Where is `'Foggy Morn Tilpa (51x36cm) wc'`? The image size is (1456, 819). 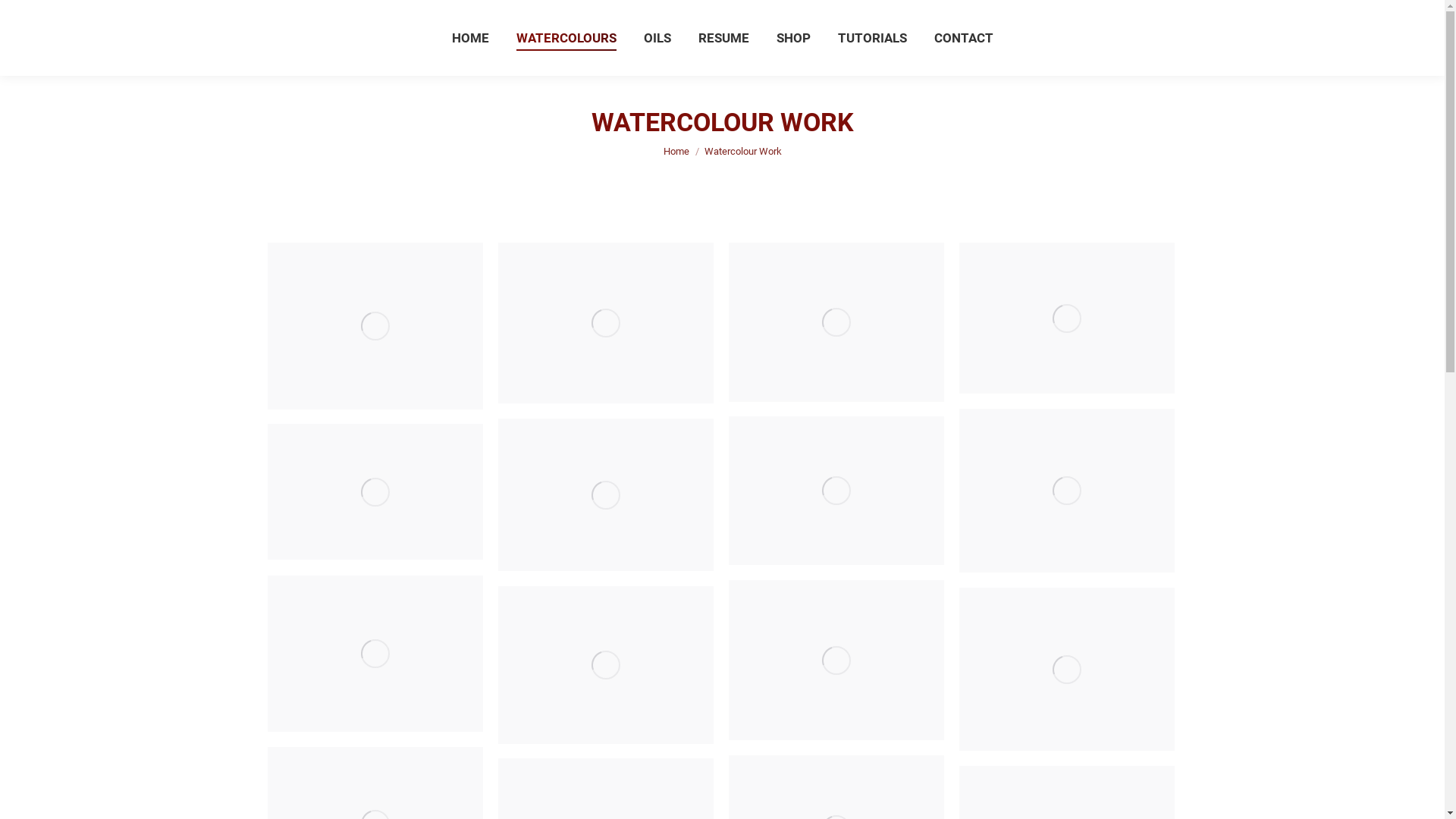
'Foggy Morn Tilpa (51x36cm) wc' is located at coordinates (375, 491).